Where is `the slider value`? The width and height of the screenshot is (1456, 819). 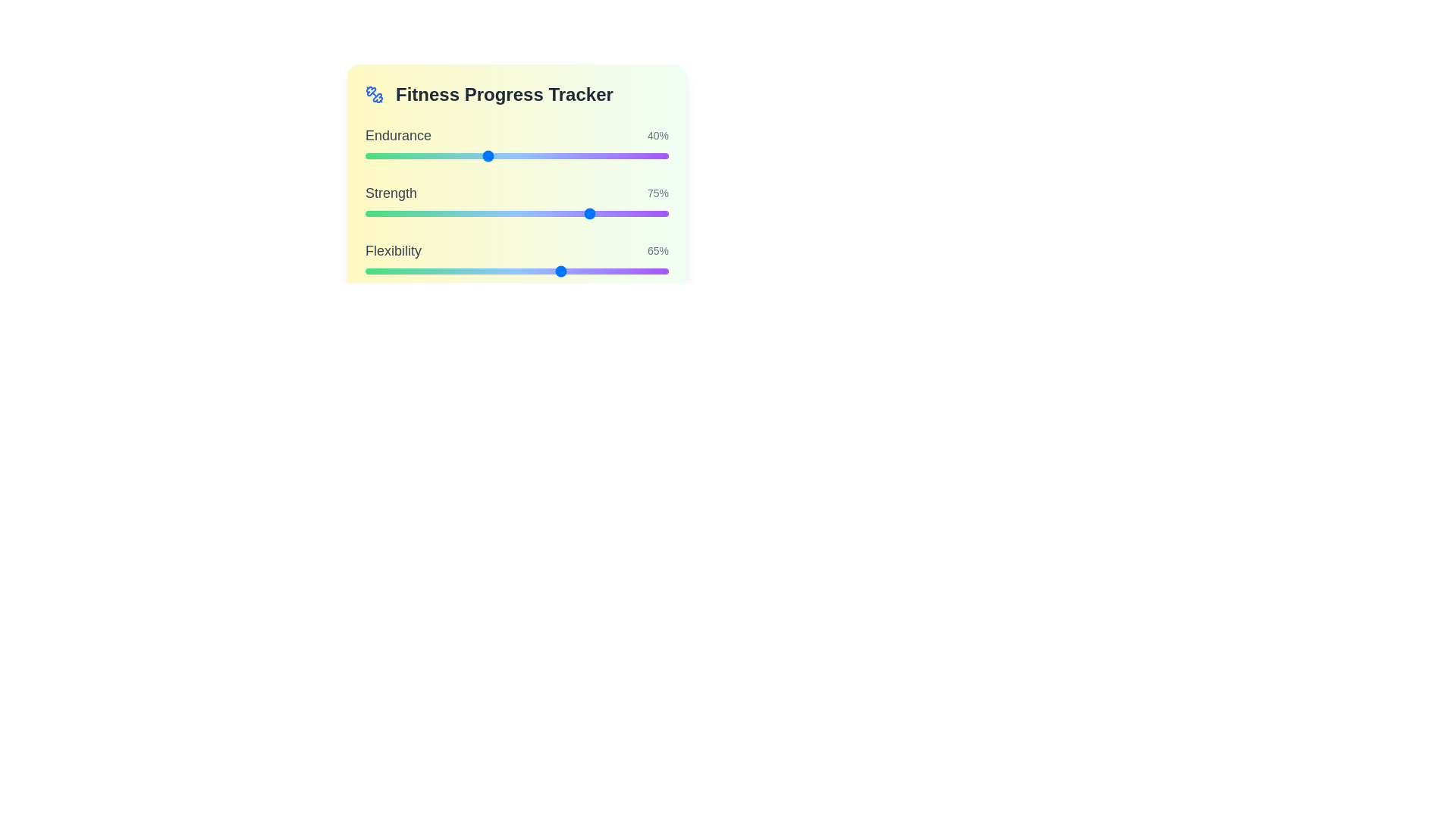 the slider value is located at coordinates (592, 213).